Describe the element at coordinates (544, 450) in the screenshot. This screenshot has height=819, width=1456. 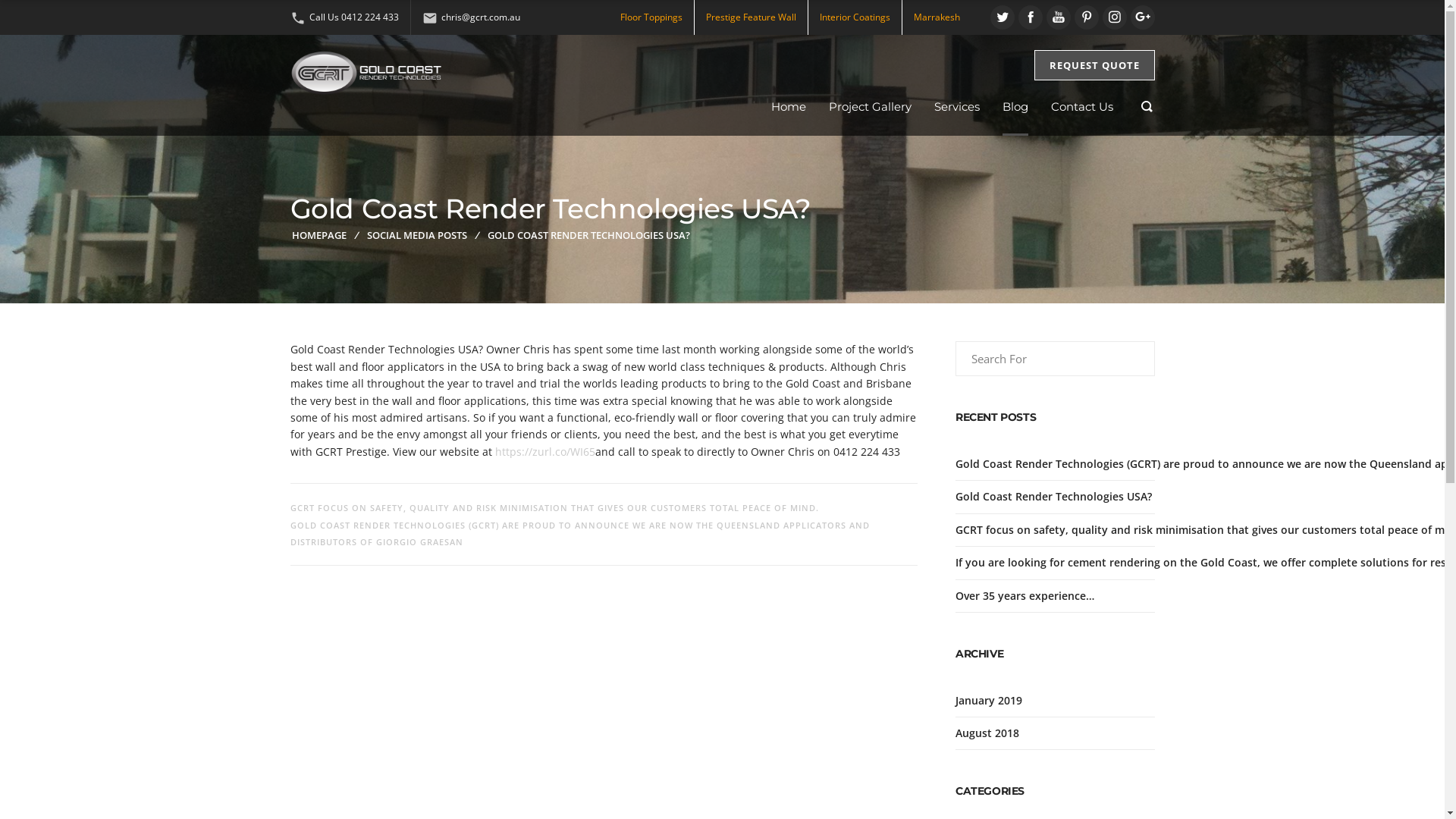
I see `'https://zurl.co/WI65'` at that location.